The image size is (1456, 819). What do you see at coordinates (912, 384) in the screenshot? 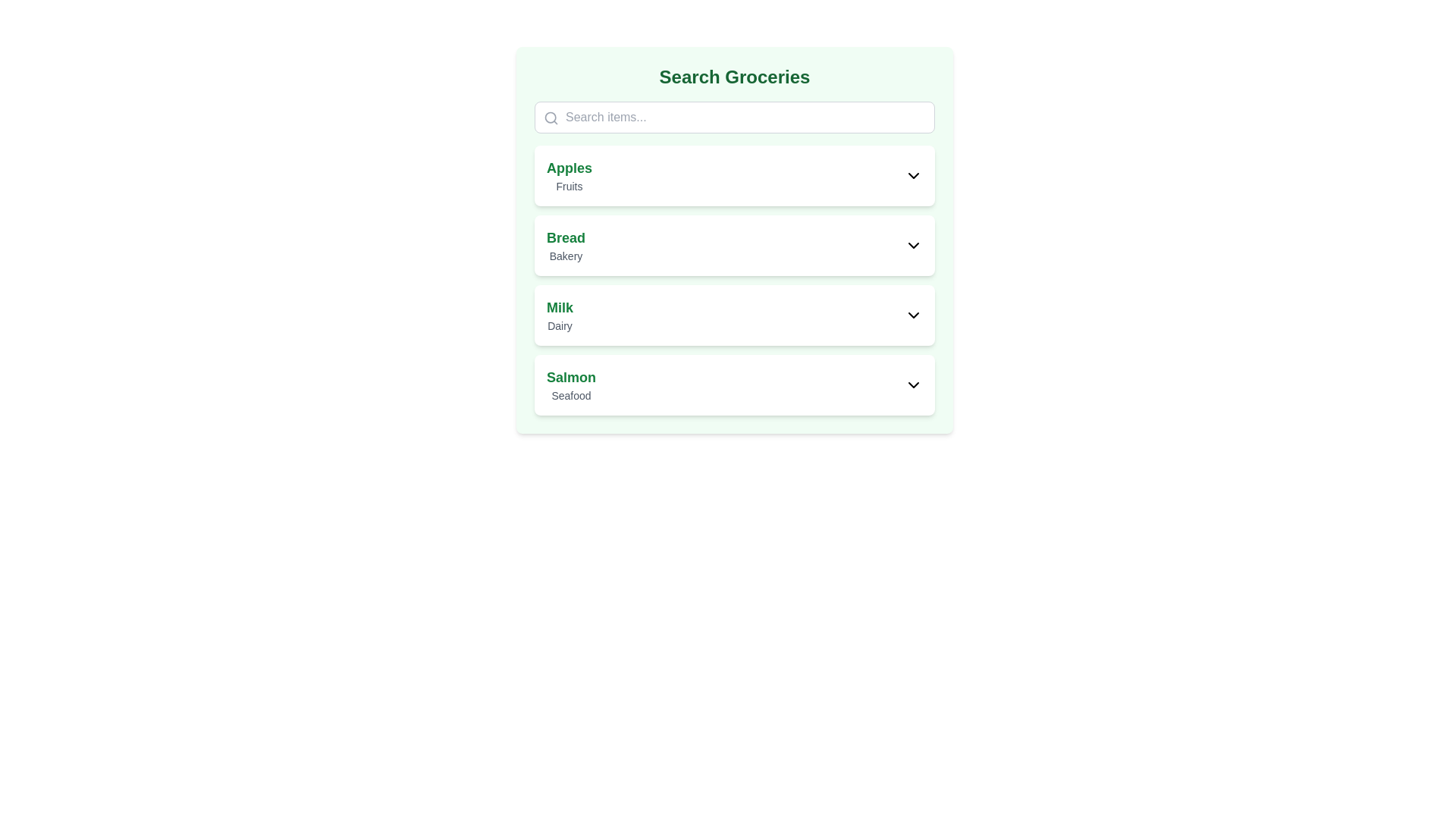
I see `the chevron icon at the far right of the 'Salmon Seafood' entry` at bounding box center [912, 384].